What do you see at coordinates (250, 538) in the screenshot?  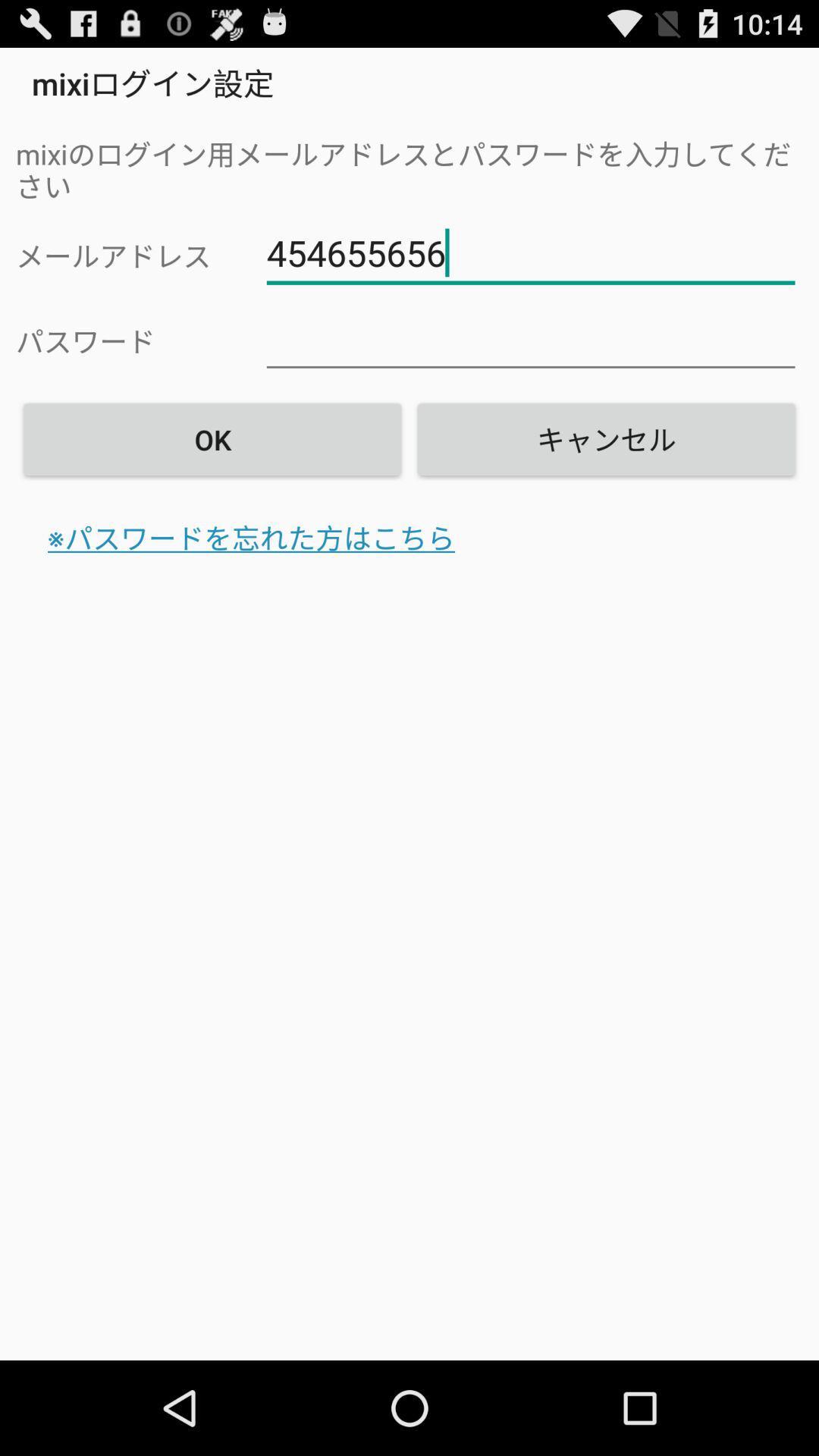 I see `icon below ok` at bounding box center [250, 538].